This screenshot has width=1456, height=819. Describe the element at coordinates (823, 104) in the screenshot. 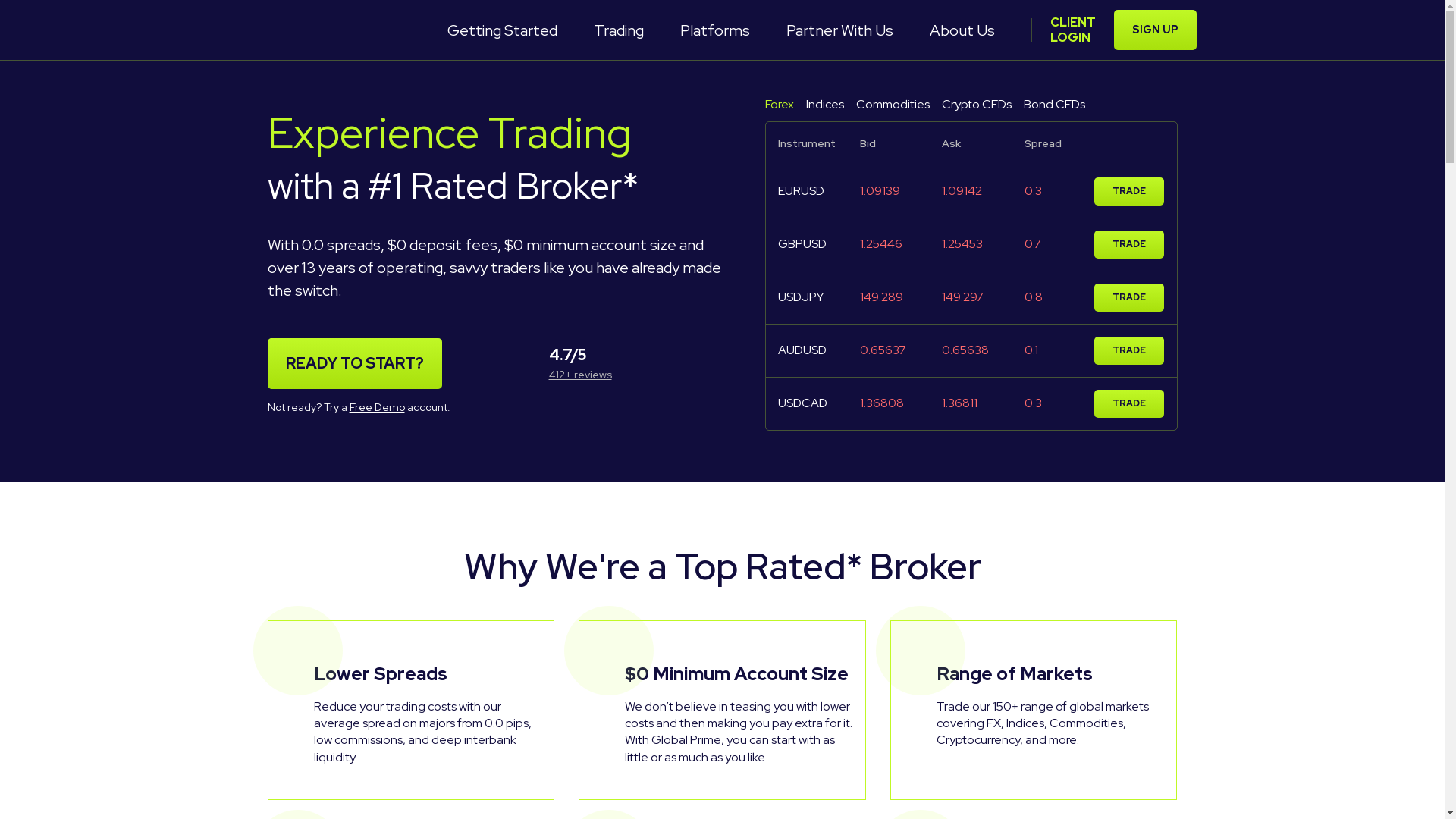

I see `'Indices'` at that location.